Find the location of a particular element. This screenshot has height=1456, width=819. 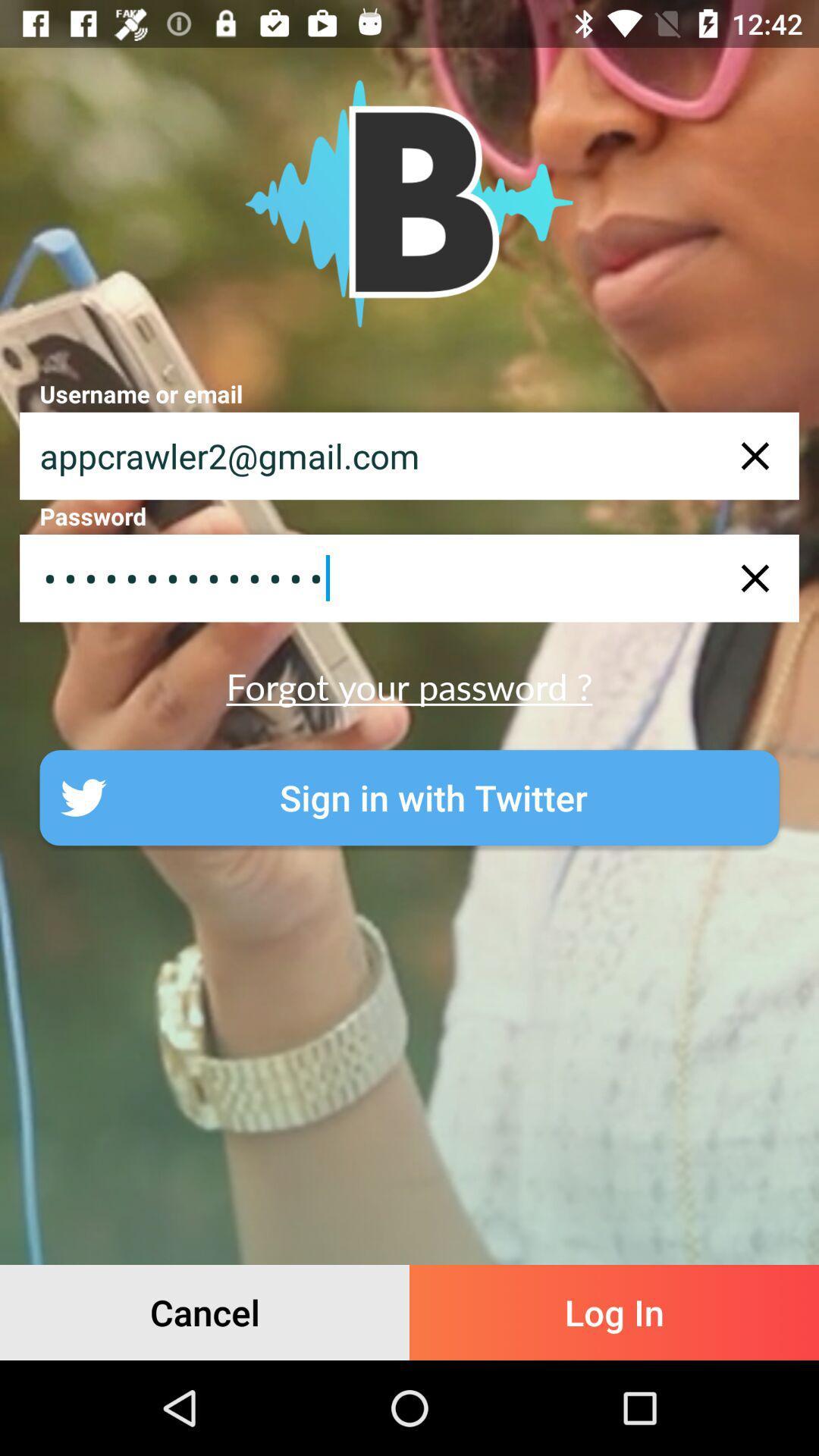

item above forgot your password ? item is located at coordinates (409, 577).